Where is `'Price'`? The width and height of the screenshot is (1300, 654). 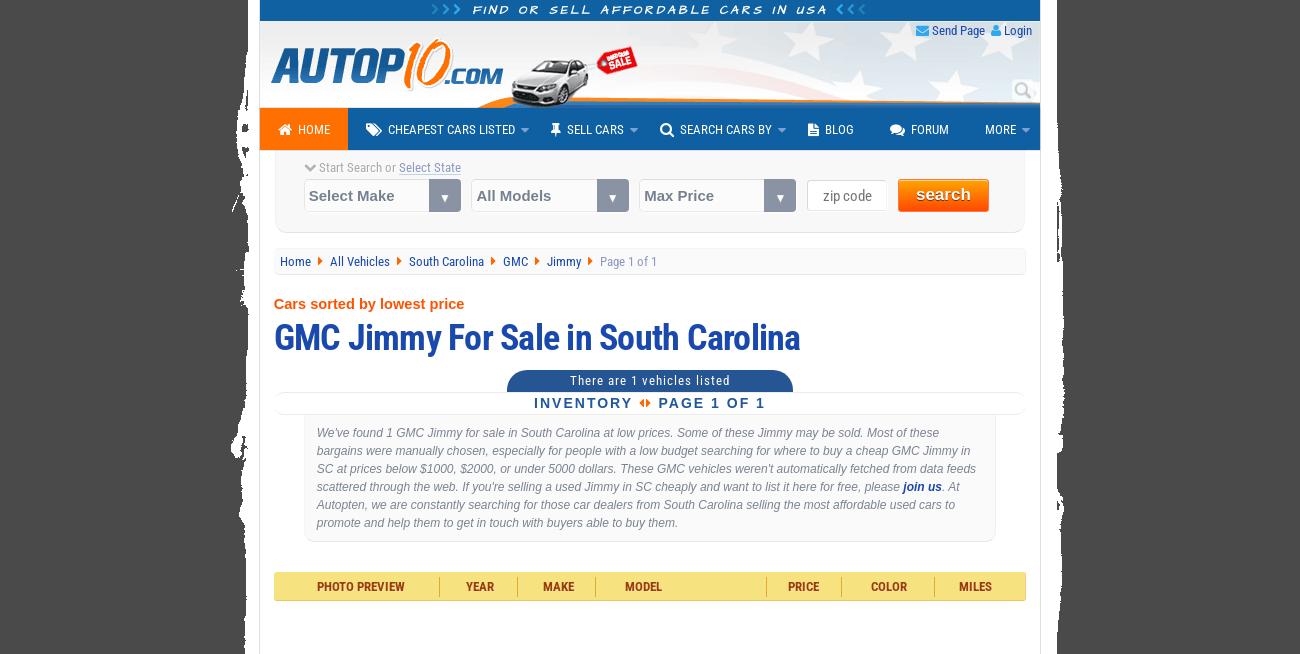
'Price' is located at coordinates (802, 586).